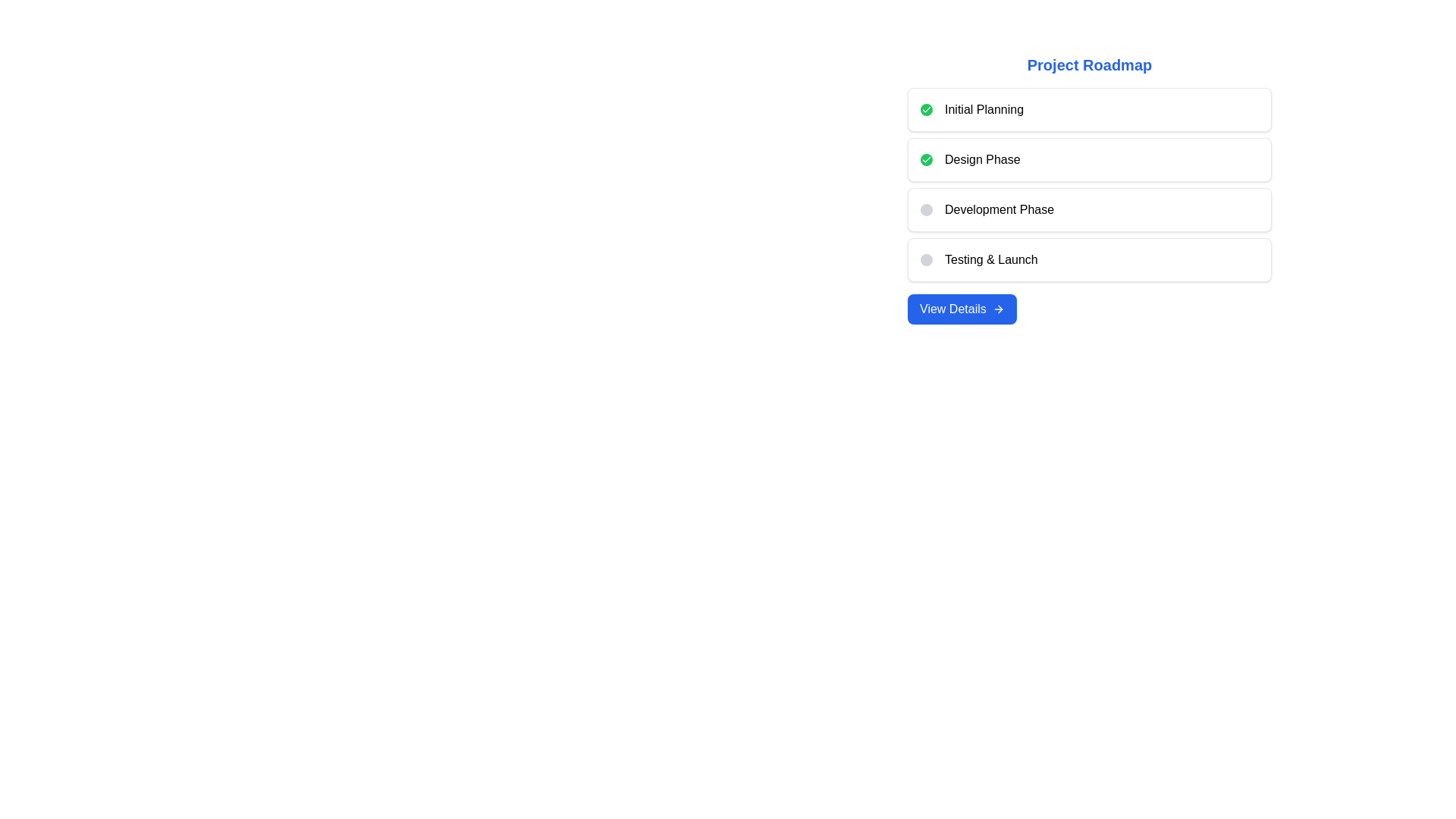  Describe the element at coordinates (999, 210) in the screenshot. I see `text label indicating the 'Development Phase' step, located in the third item of the vertically arranged sidebar list, positioned to the right of the light gray circular status icon` at that location.